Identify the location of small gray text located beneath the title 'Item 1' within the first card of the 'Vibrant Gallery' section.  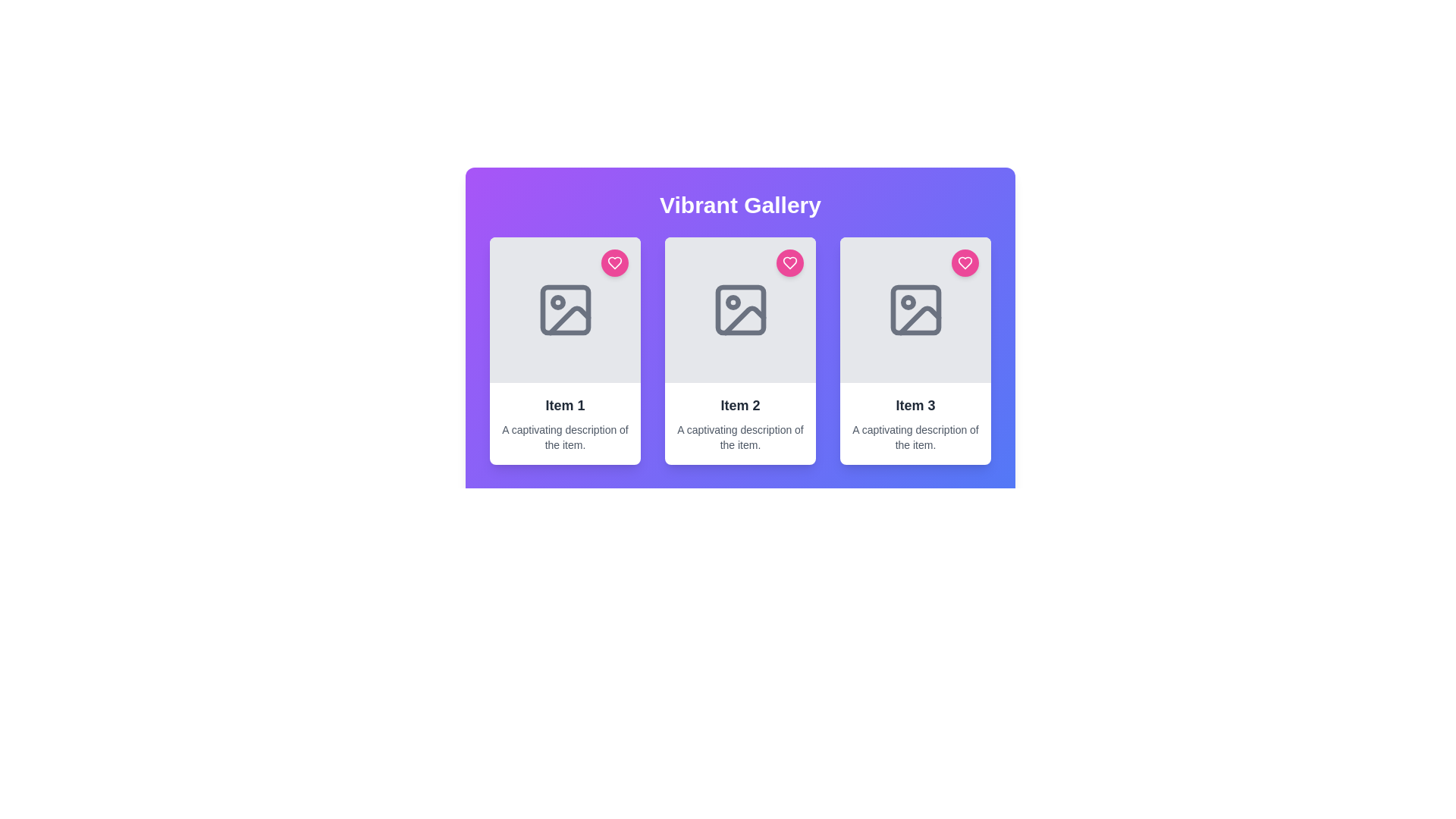
(564, 438).